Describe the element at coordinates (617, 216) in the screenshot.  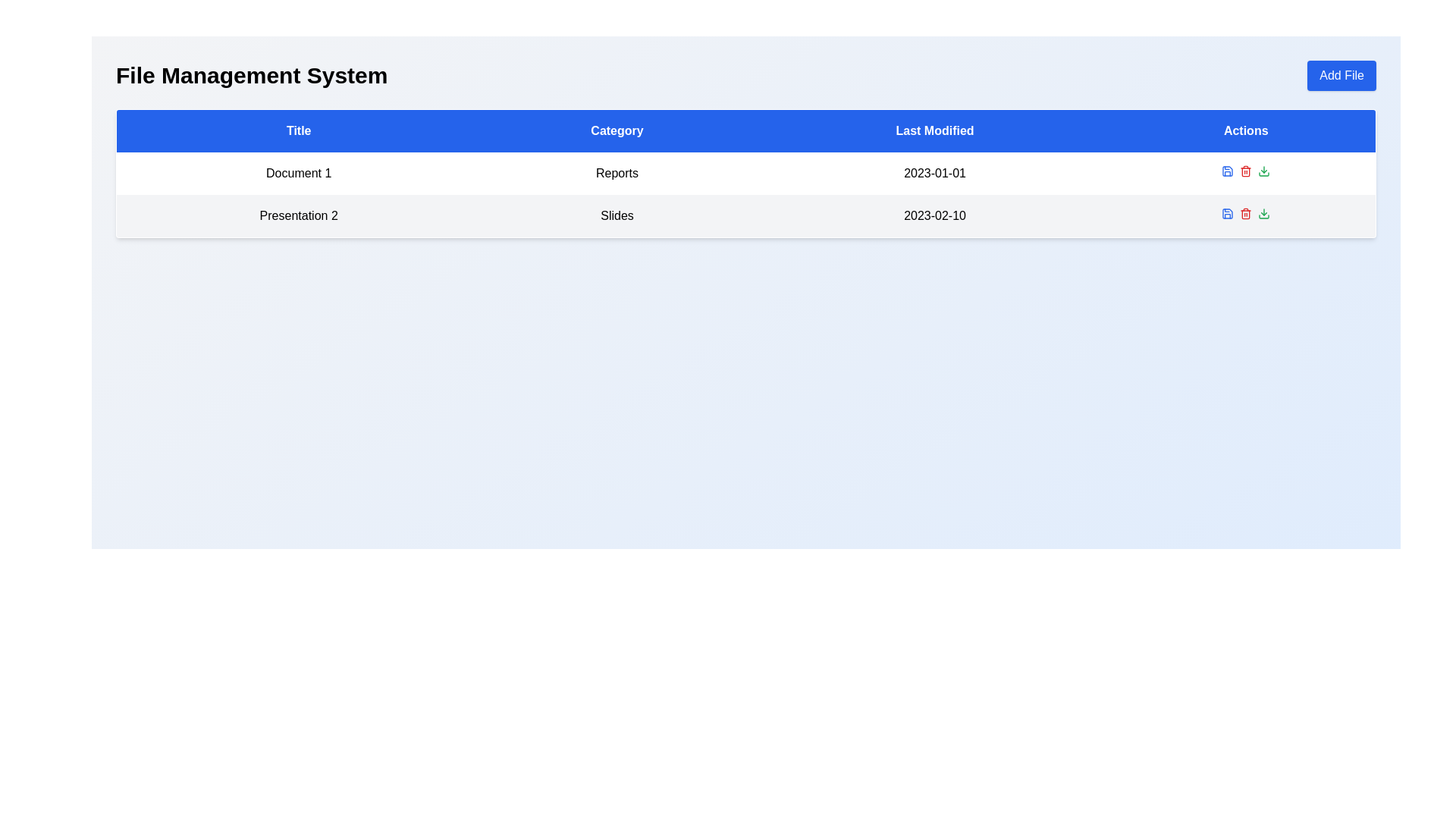
I see `the centered-aligned text label displaying 'Slides', which has black text on a light rectangular background, located in the second row of the table under the 'Category' column` at that location.